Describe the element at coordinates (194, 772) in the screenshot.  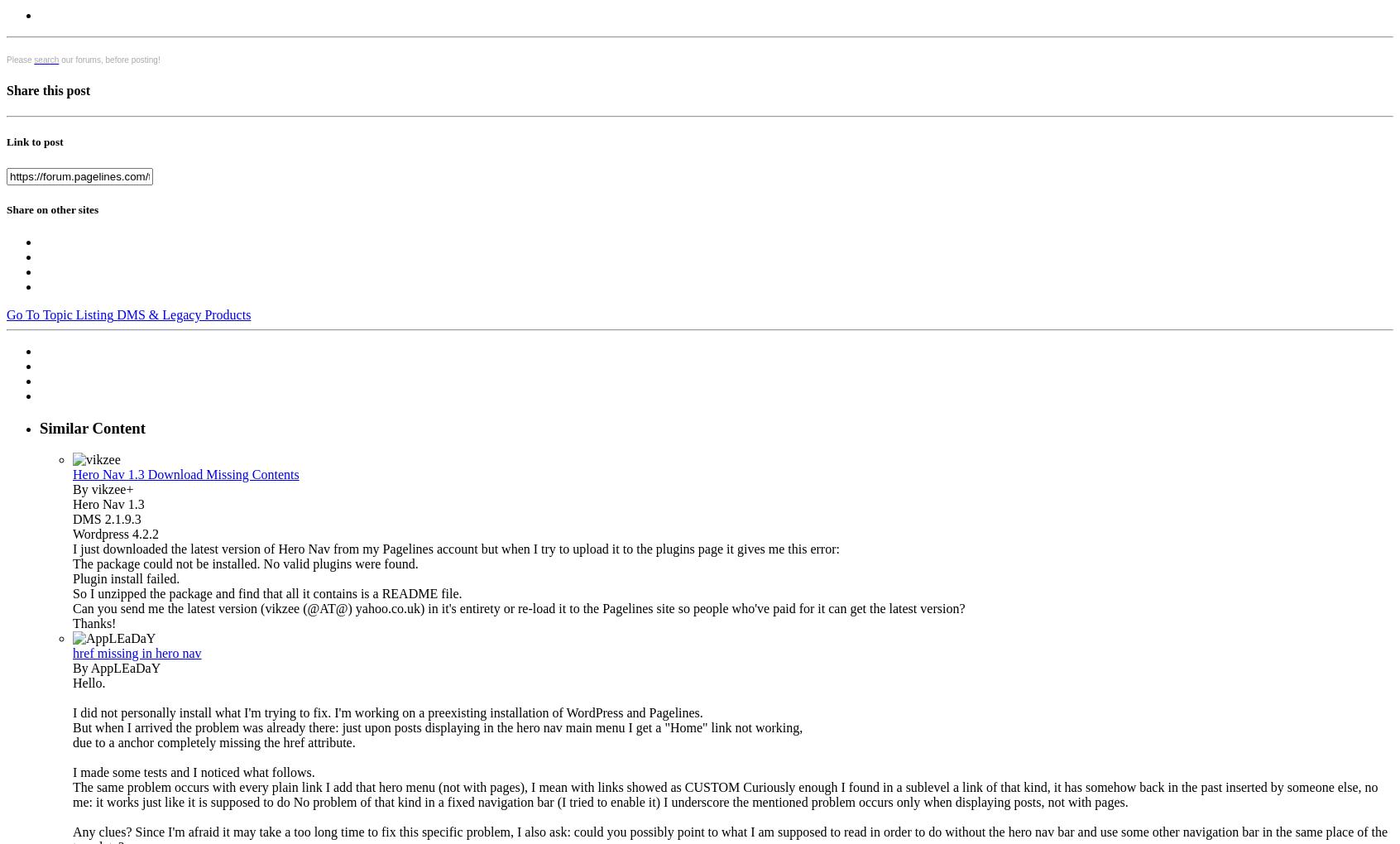
I see `'I made some tests and I noticed what follows.'` at that location.